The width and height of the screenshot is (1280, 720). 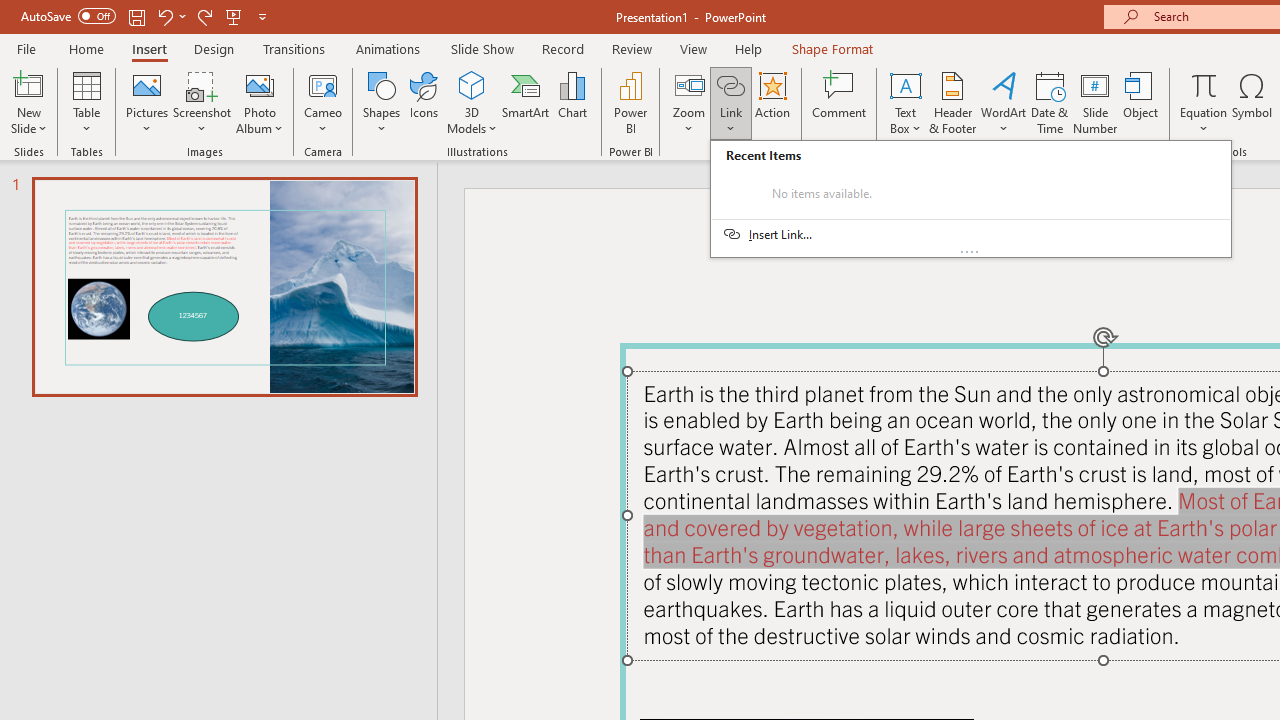 What do you see at coordinates (1141, 103) in the screenshot?
I see `'Object...'` at bounding box center [1141, 103].